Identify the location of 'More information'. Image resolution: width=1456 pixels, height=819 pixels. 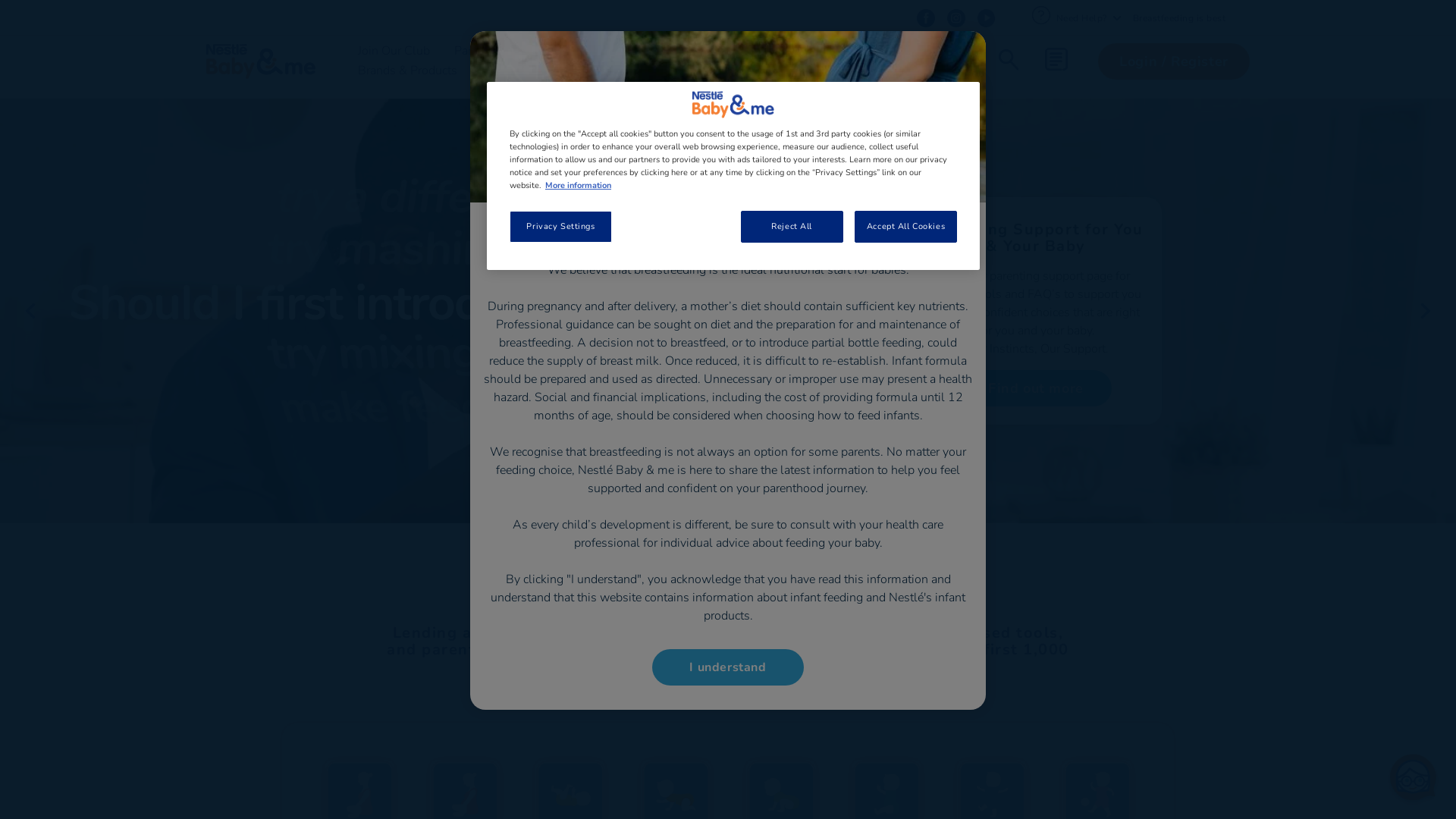
(577, 184).